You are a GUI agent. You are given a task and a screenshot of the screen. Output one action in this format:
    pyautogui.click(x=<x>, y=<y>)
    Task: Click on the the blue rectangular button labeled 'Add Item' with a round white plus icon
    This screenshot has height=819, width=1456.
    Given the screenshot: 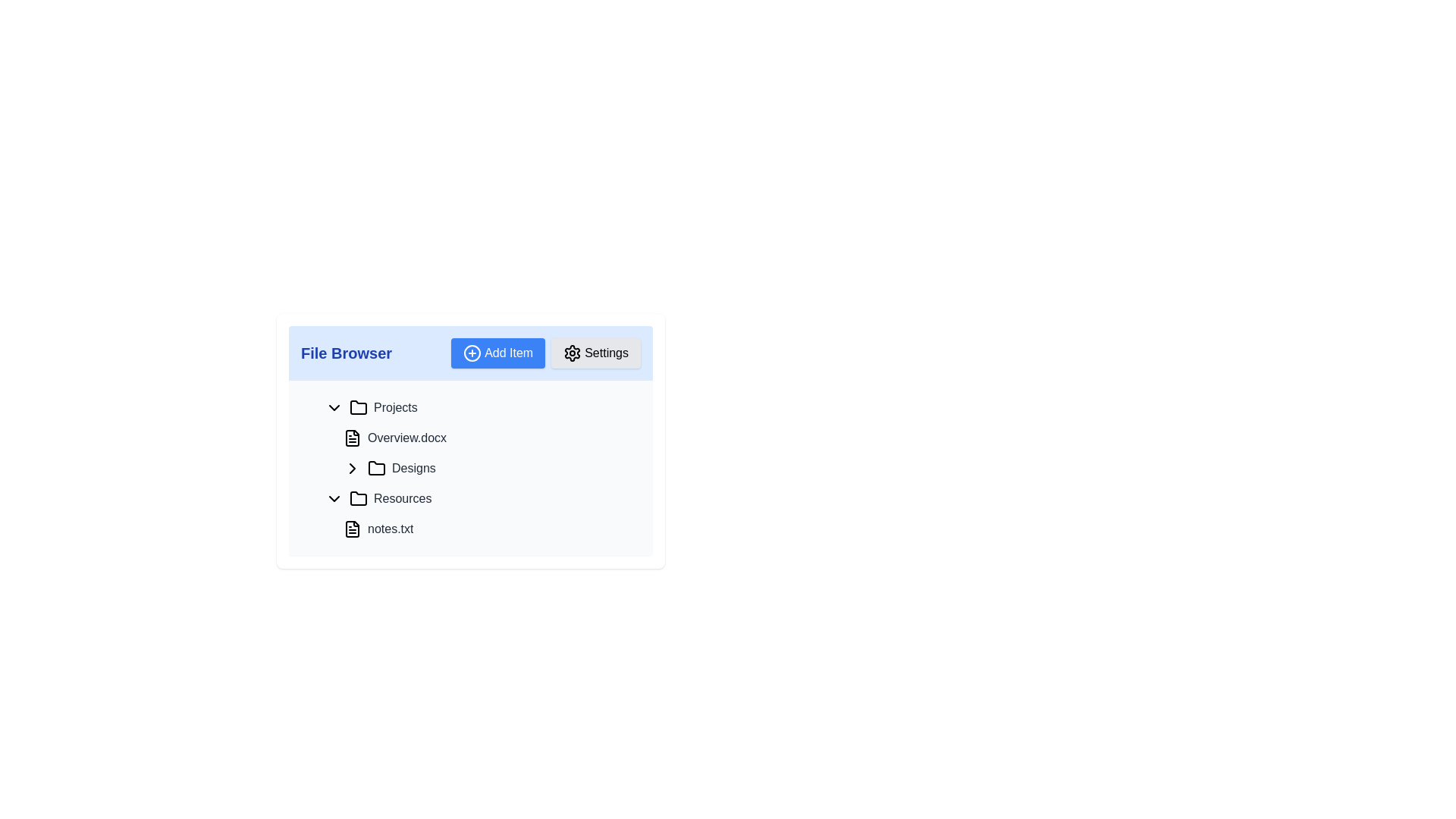 What is the action you would take?
    pyautogui.click(x=498, y=353)
    